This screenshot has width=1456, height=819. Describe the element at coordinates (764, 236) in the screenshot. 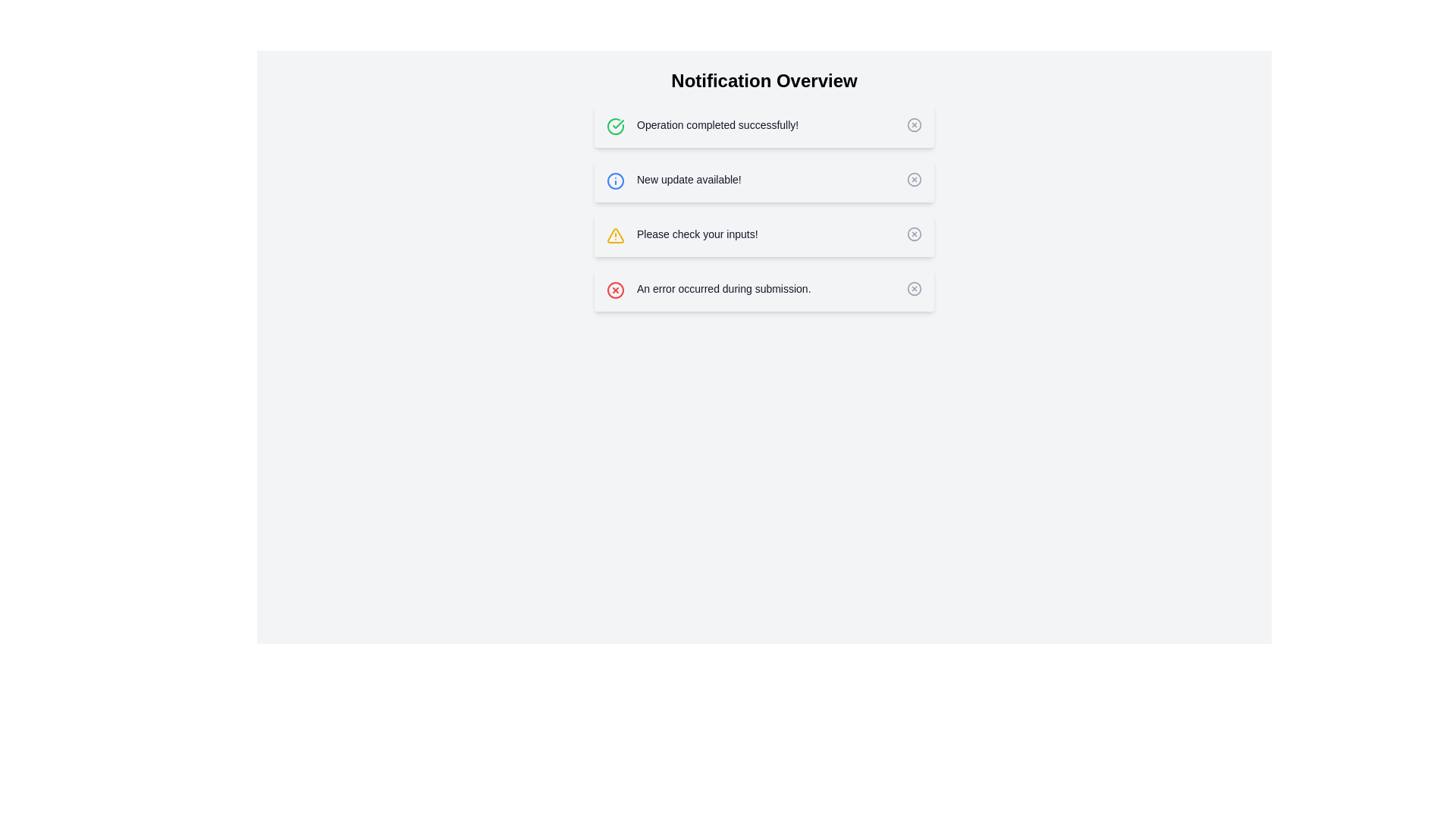

I see `the third notification in the 'Notification Overview' section to potentially see additional information` at that location.